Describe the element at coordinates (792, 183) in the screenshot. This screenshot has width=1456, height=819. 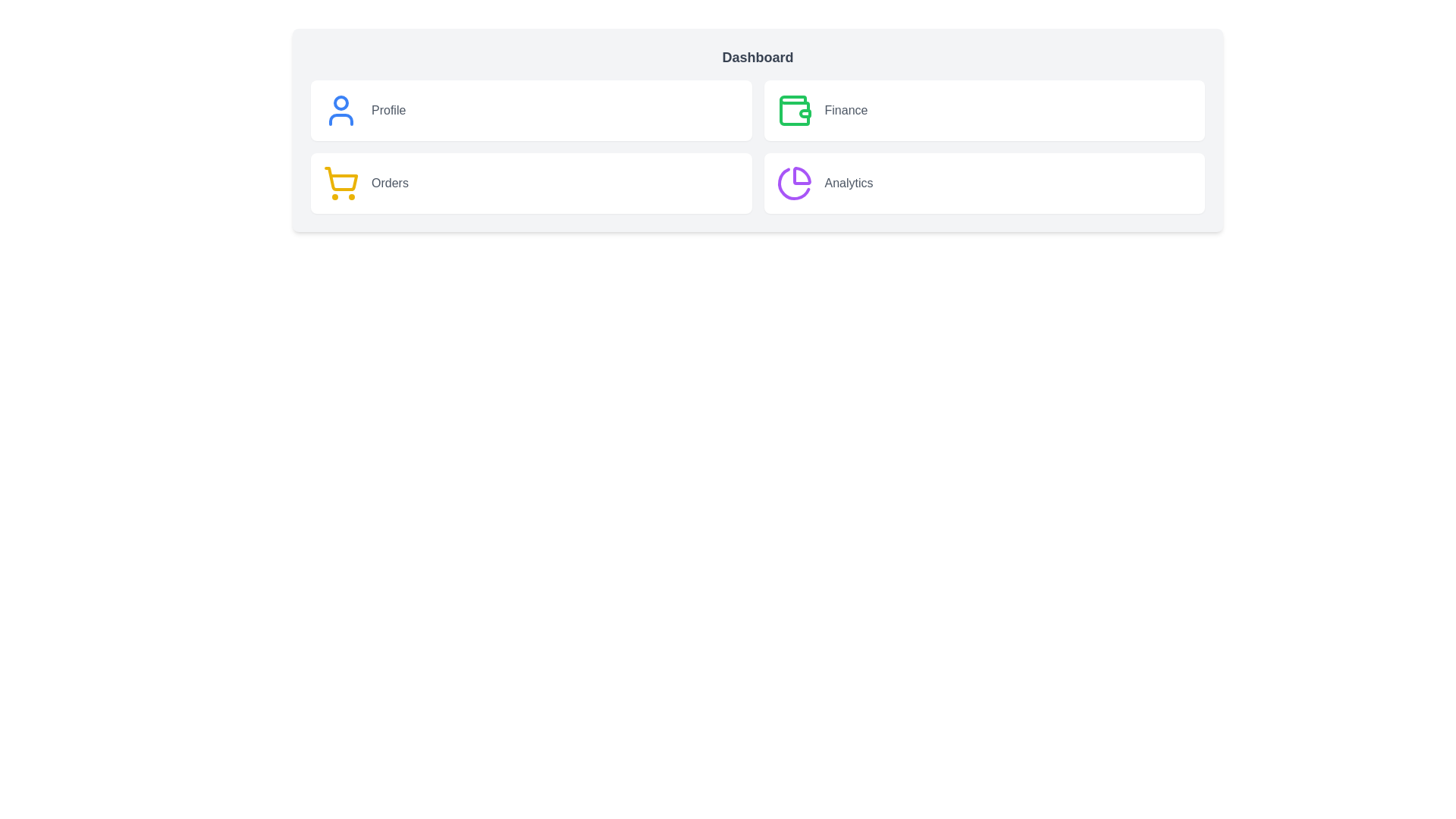
I see `the pie chart icon located in the 'Analytics' section, which is the bottom-right item within a grid of four sections (Profile, Finance, Orders, and Analytics)` at that location.